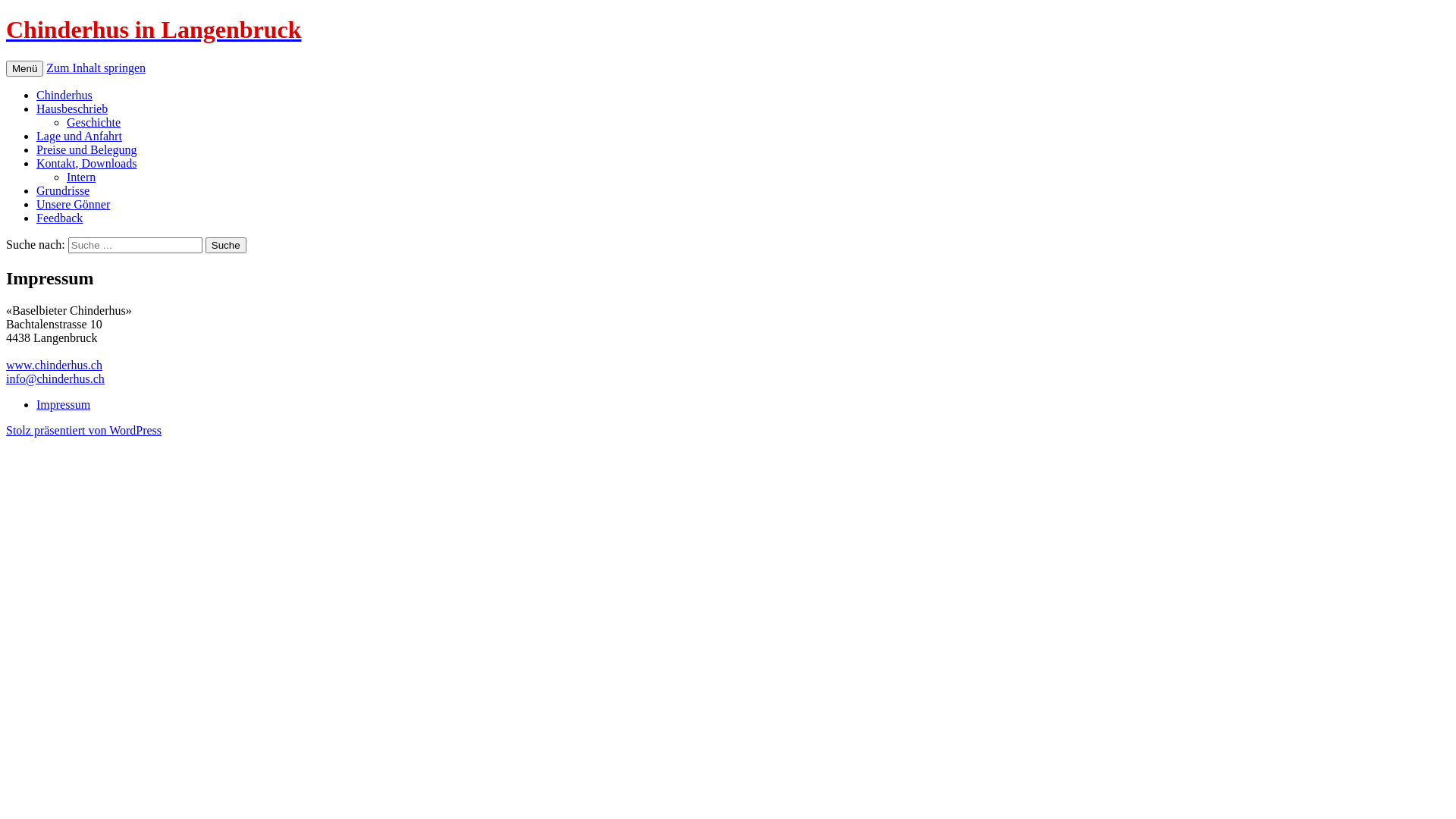 The width and height of the screenshot is (1456, 819). I want to click on 'Preise und Belegung', so click(86, 149).